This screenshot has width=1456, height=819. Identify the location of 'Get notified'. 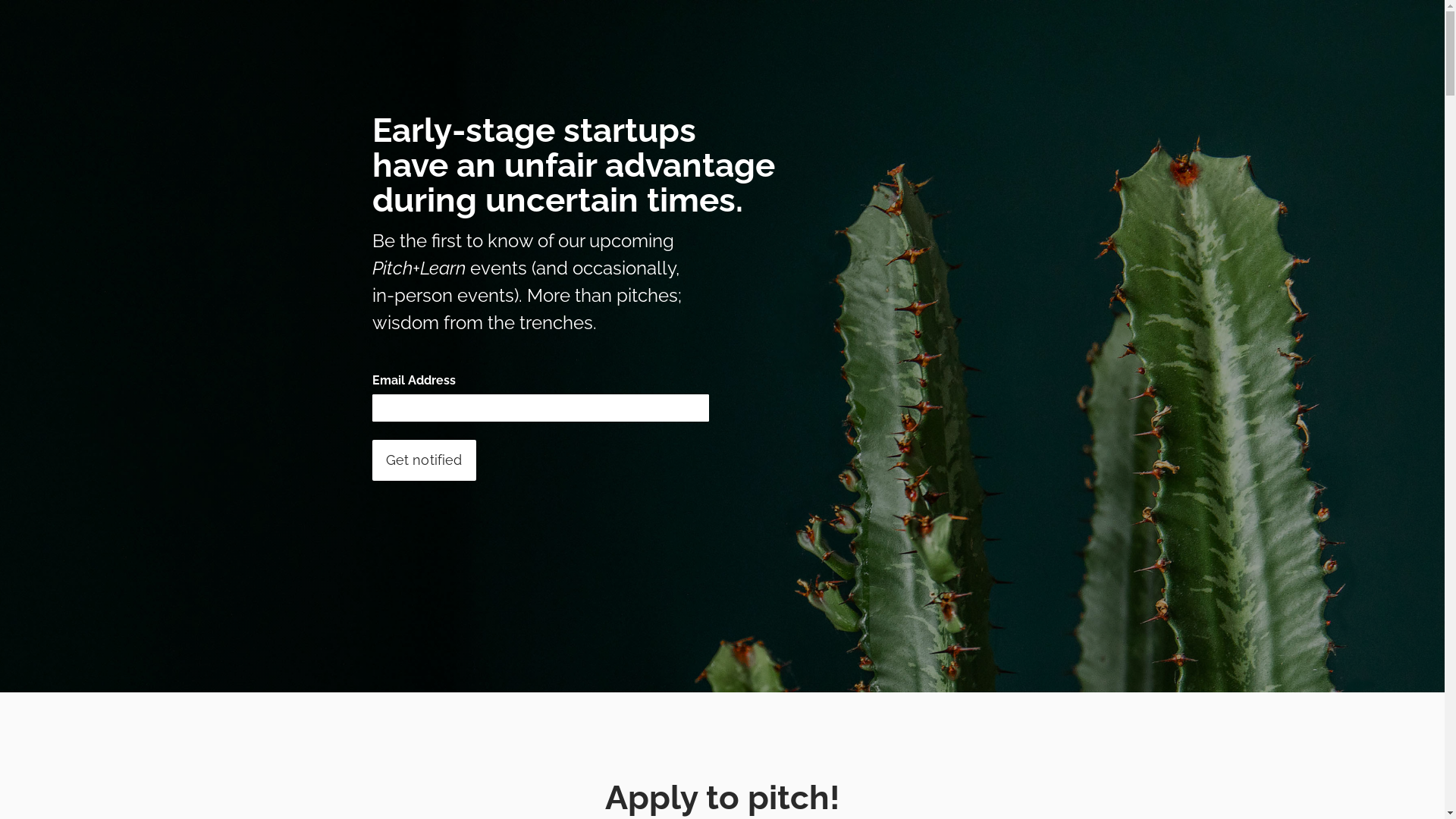
(371, 459).